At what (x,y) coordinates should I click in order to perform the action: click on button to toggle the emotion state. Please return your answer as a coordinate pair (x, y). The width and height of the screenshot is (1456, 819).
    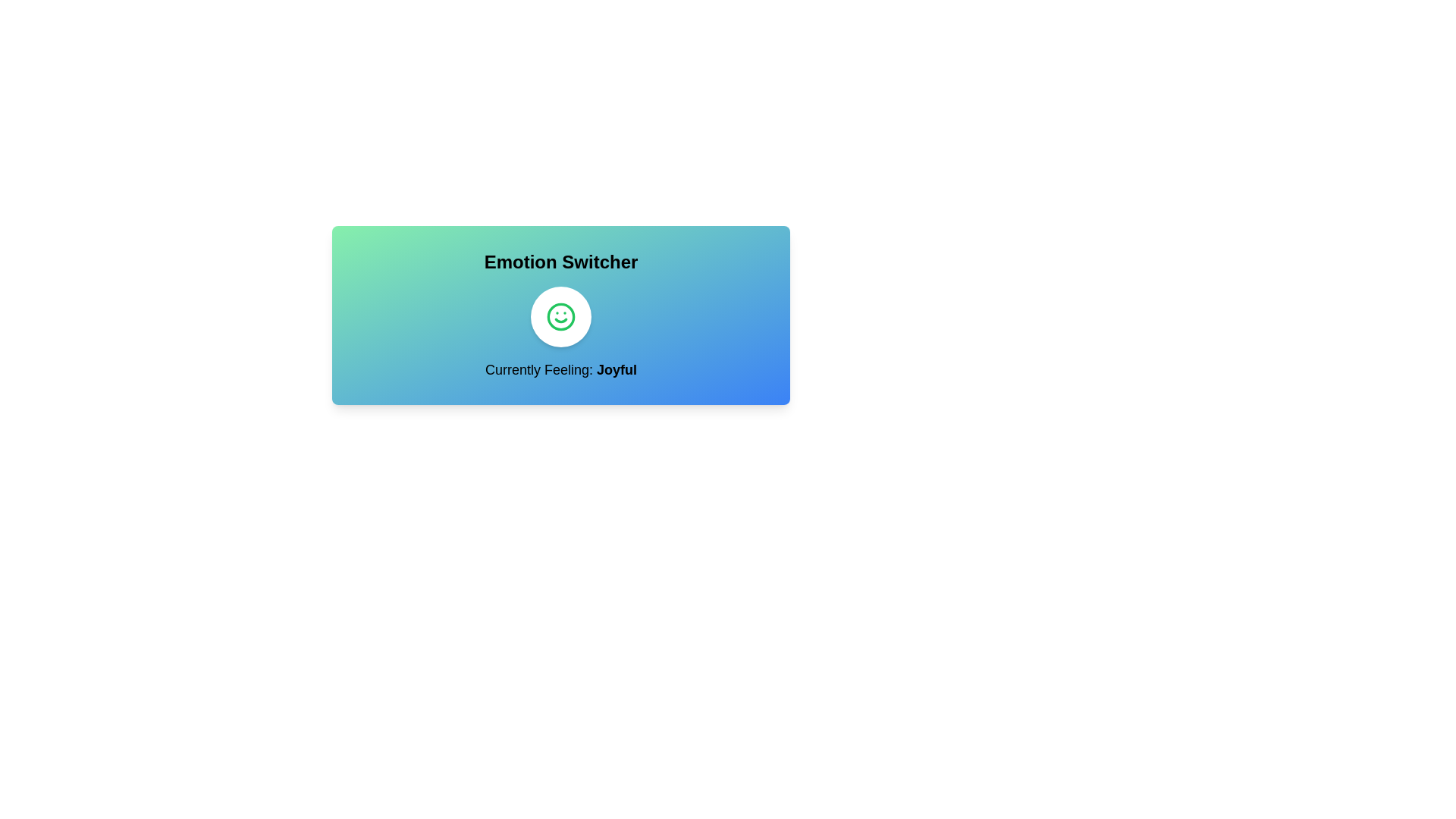
    Looking at the image, I should click on (560, 315).